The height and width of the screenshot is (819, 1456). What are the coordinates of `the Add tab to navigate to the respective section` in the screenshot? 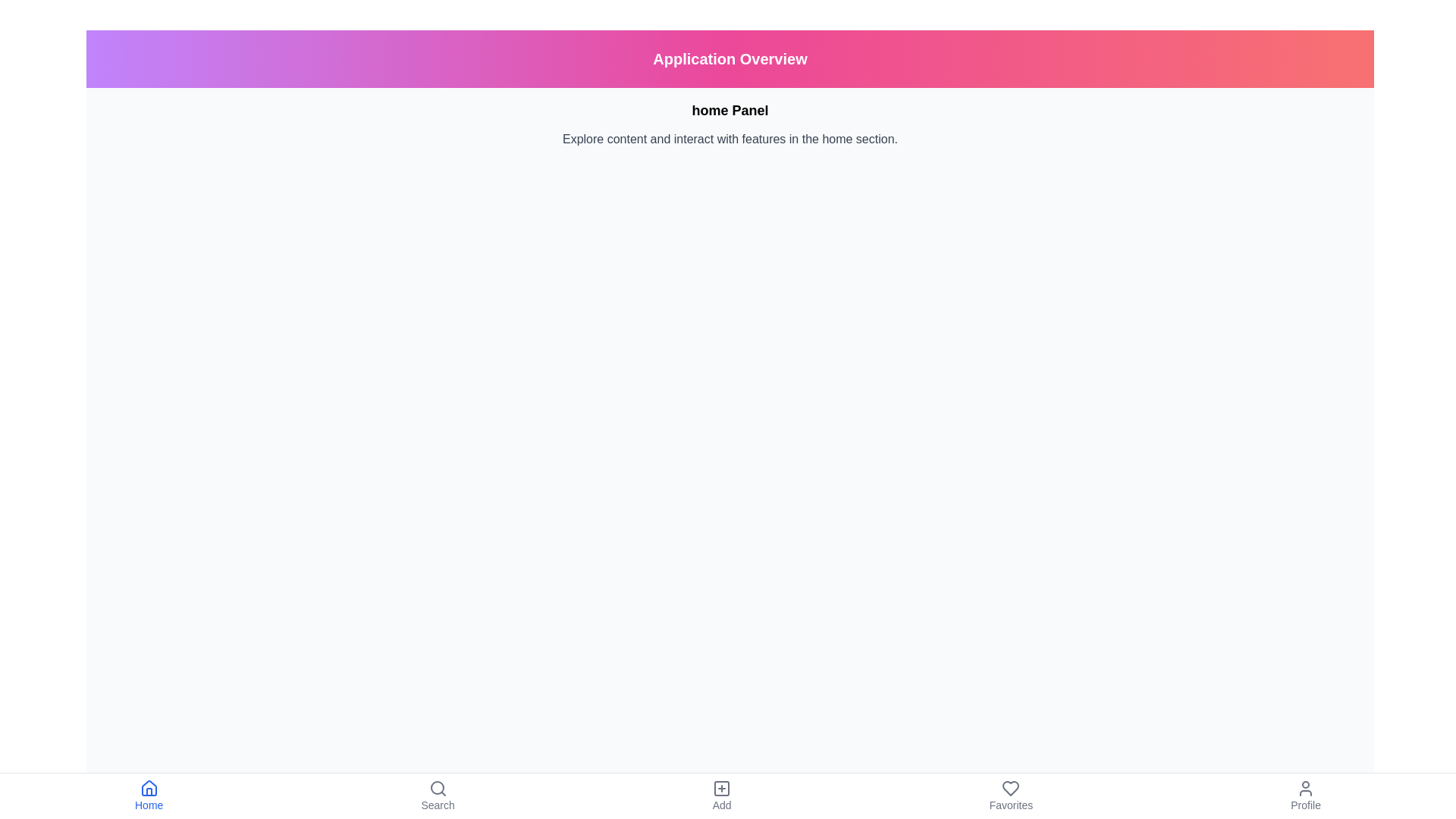 It's located at (720, 795).